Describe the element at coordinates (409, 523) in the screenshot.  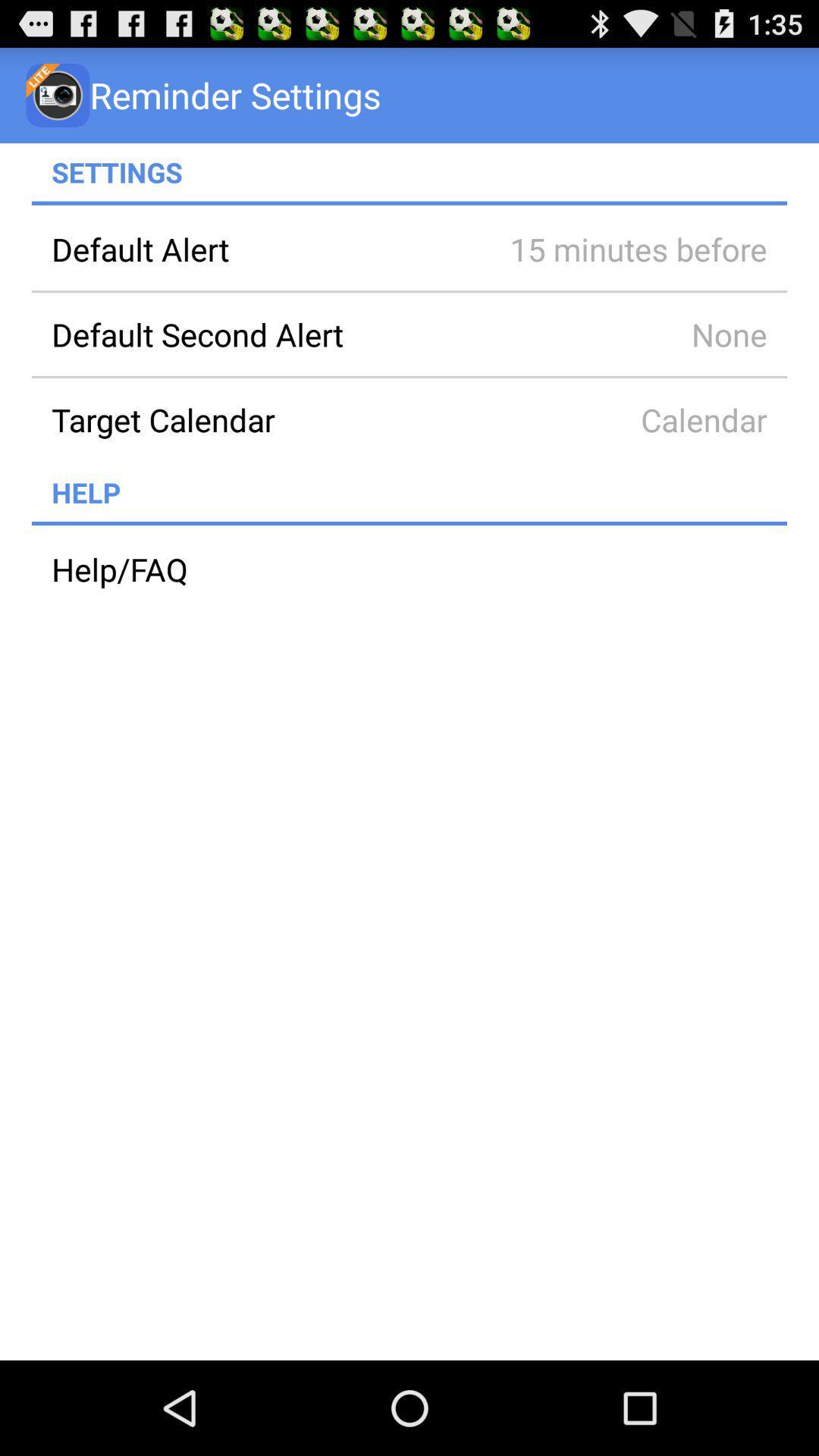
I see `app below help` at that location.